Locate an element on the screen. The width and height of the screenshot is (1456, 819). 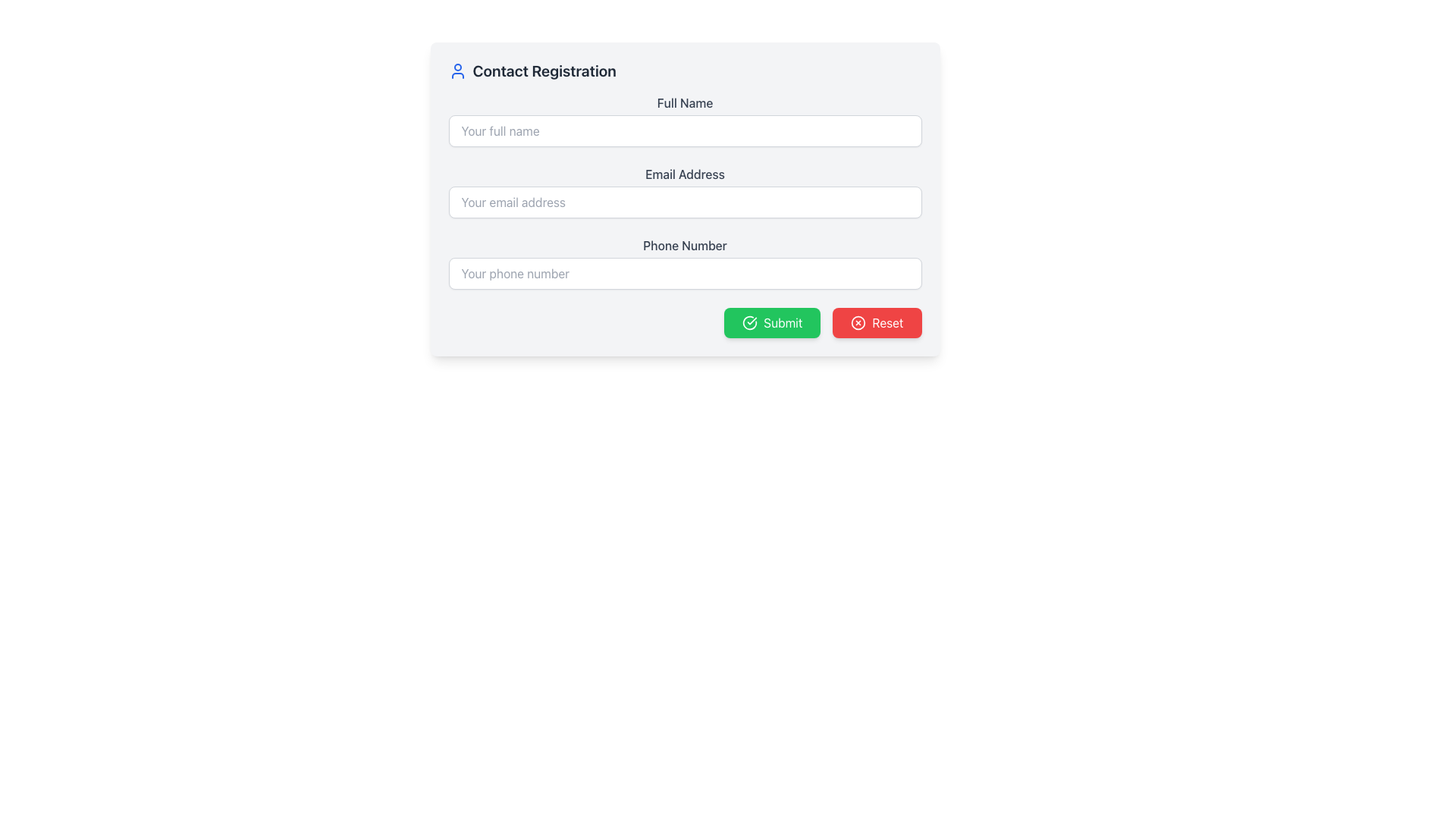
the 'Email Address' label, which is the second label in the form, displayed in dark gray font and positioned above the email input field is located at coordinates (684, 174).